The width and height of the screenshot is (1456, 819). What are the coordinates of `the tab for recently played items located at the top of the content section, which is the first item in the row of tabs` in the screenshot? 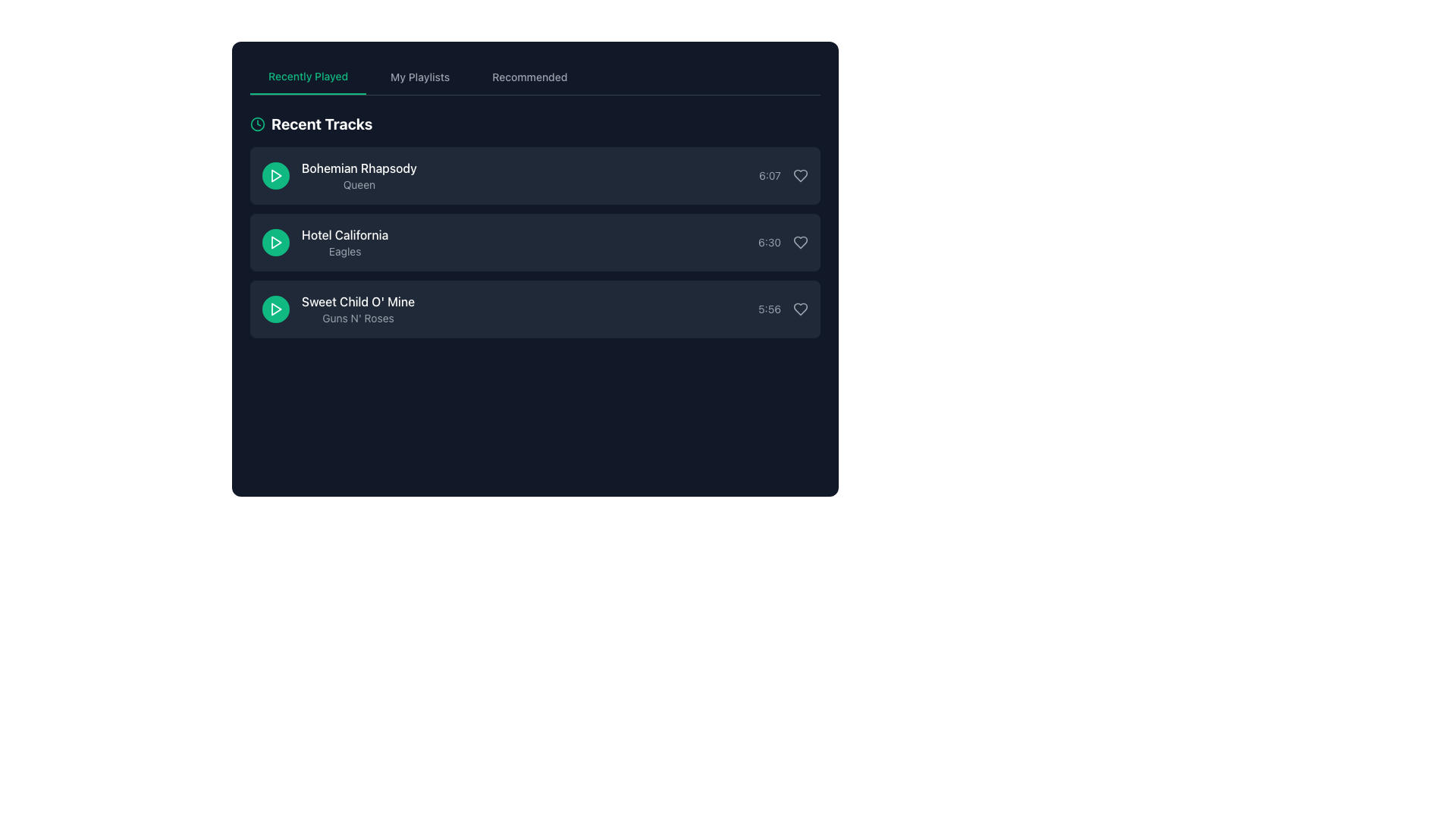 It's located at (307, 77).